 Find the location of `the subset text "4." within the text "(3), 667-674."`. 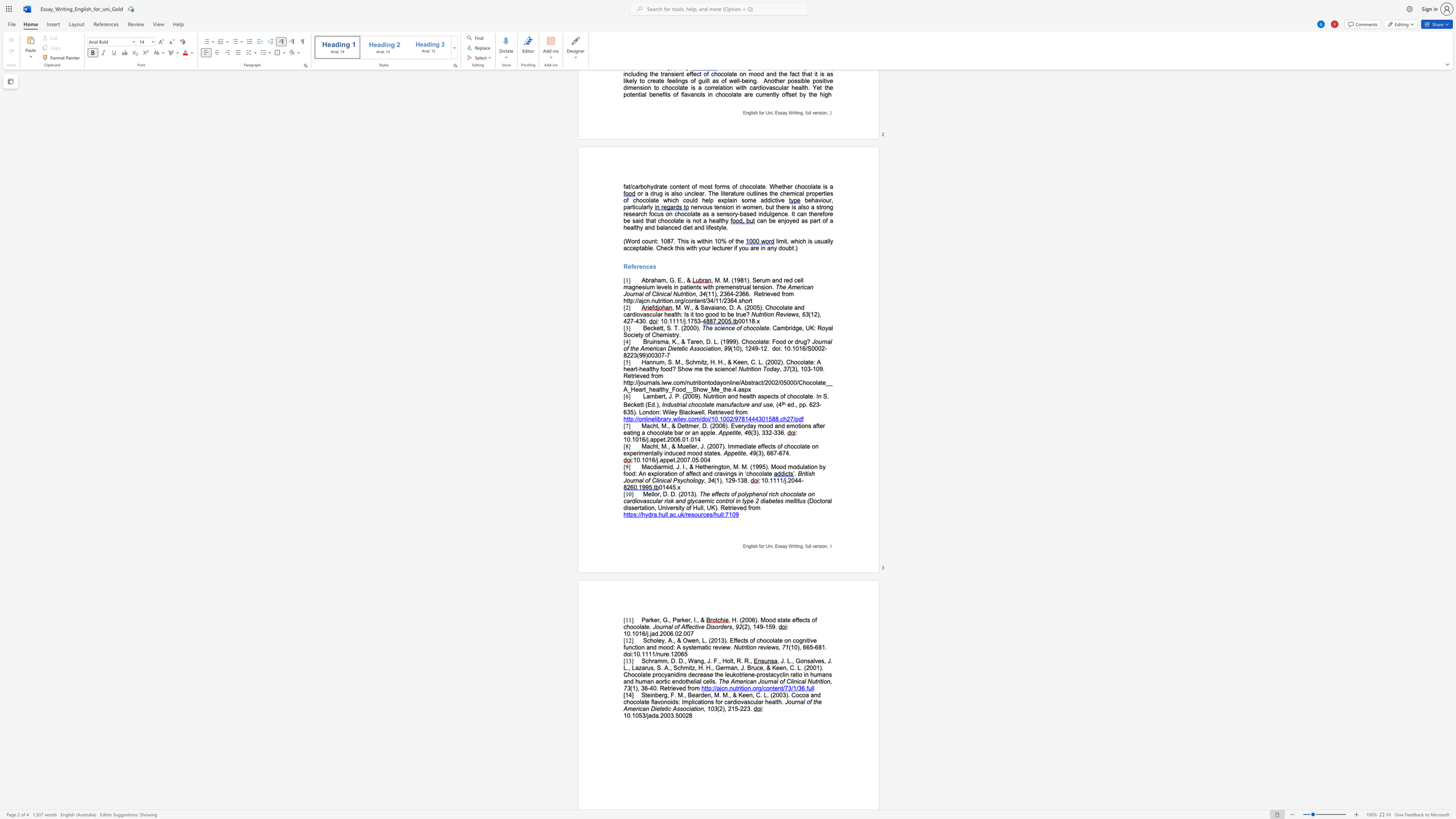

the subset text "4." within the text "(3), 667-674." is located at coordinates (785, 453).